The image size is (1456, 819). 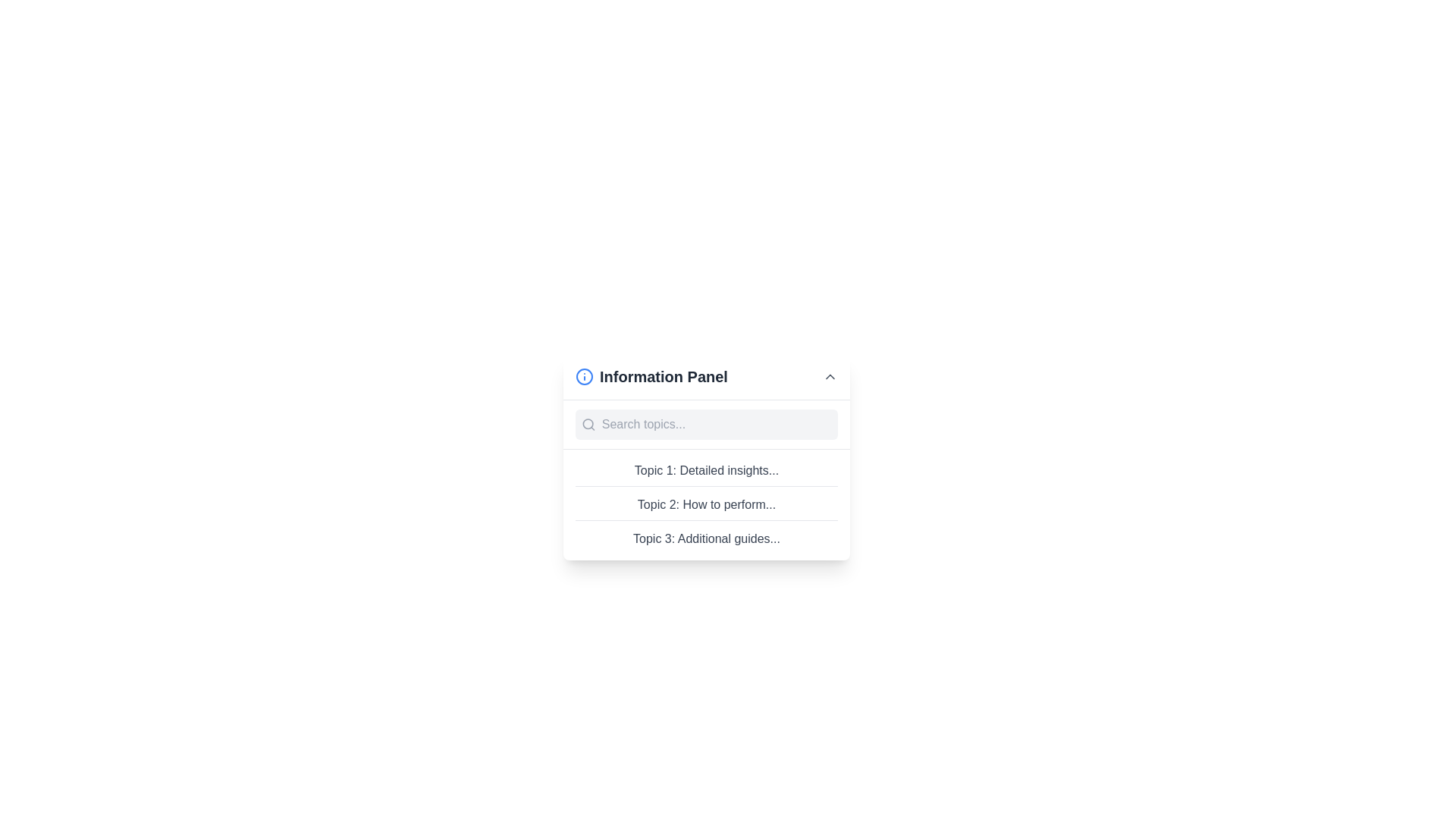 I want to click on the Header with icon and text element, so click(x=651, y=376).